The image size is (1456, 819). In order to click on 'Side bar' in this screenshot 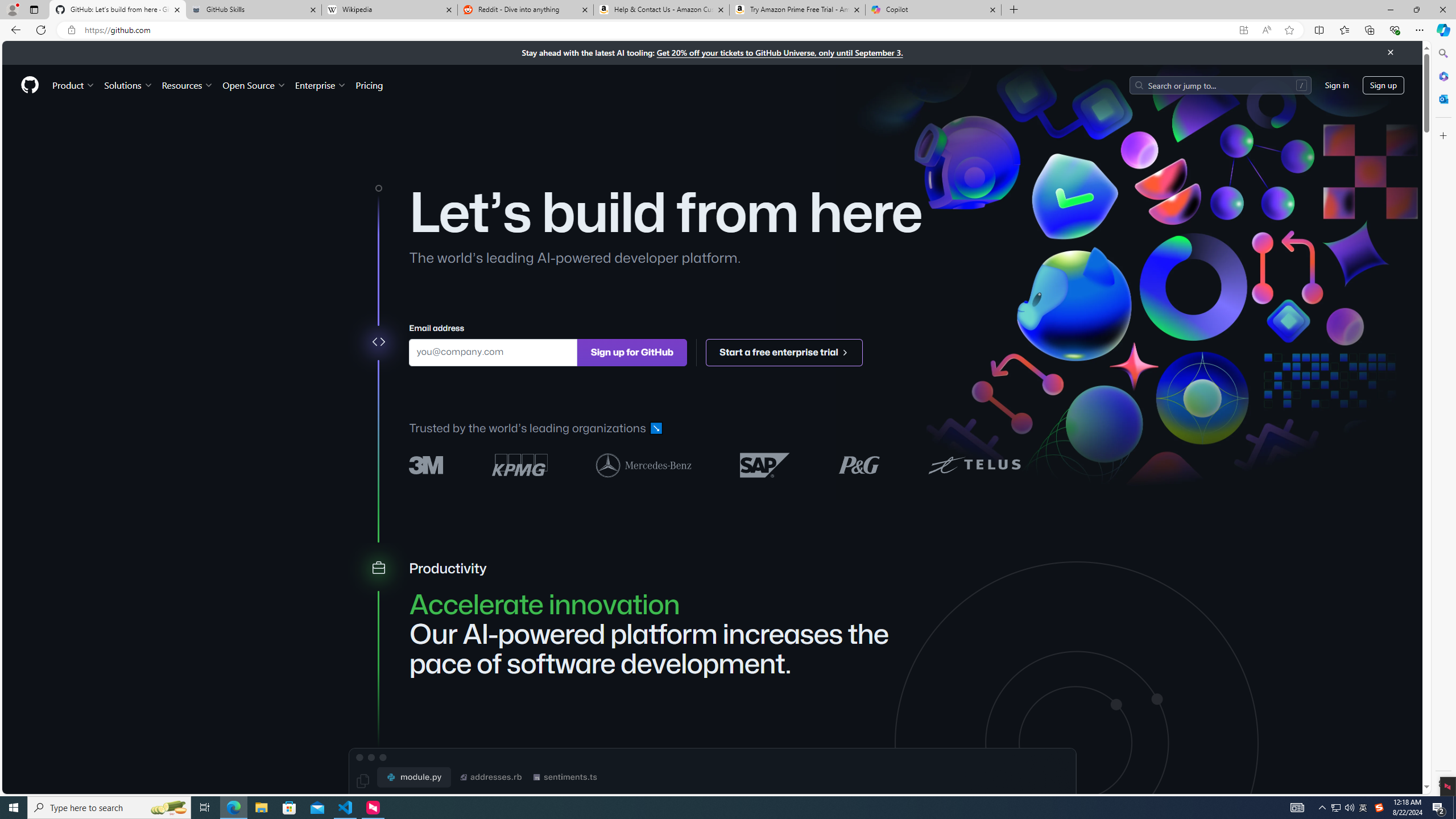, I will do `click(1443, 418)`.